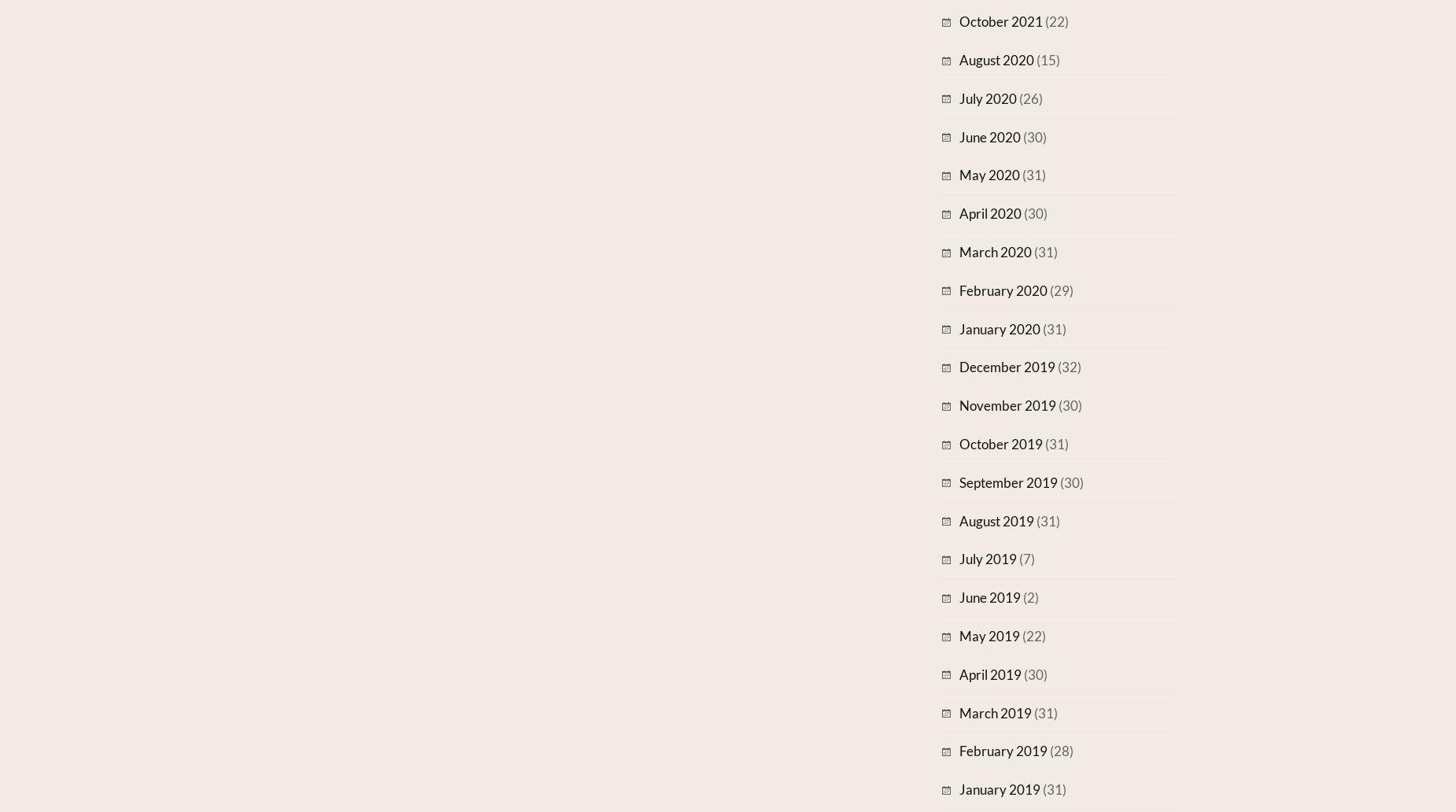 The width and height of the screenshot is (1456, 812). Describe the element at coordinates (1007, 366) in the screenshot. I see `'December 2019'` at that location.